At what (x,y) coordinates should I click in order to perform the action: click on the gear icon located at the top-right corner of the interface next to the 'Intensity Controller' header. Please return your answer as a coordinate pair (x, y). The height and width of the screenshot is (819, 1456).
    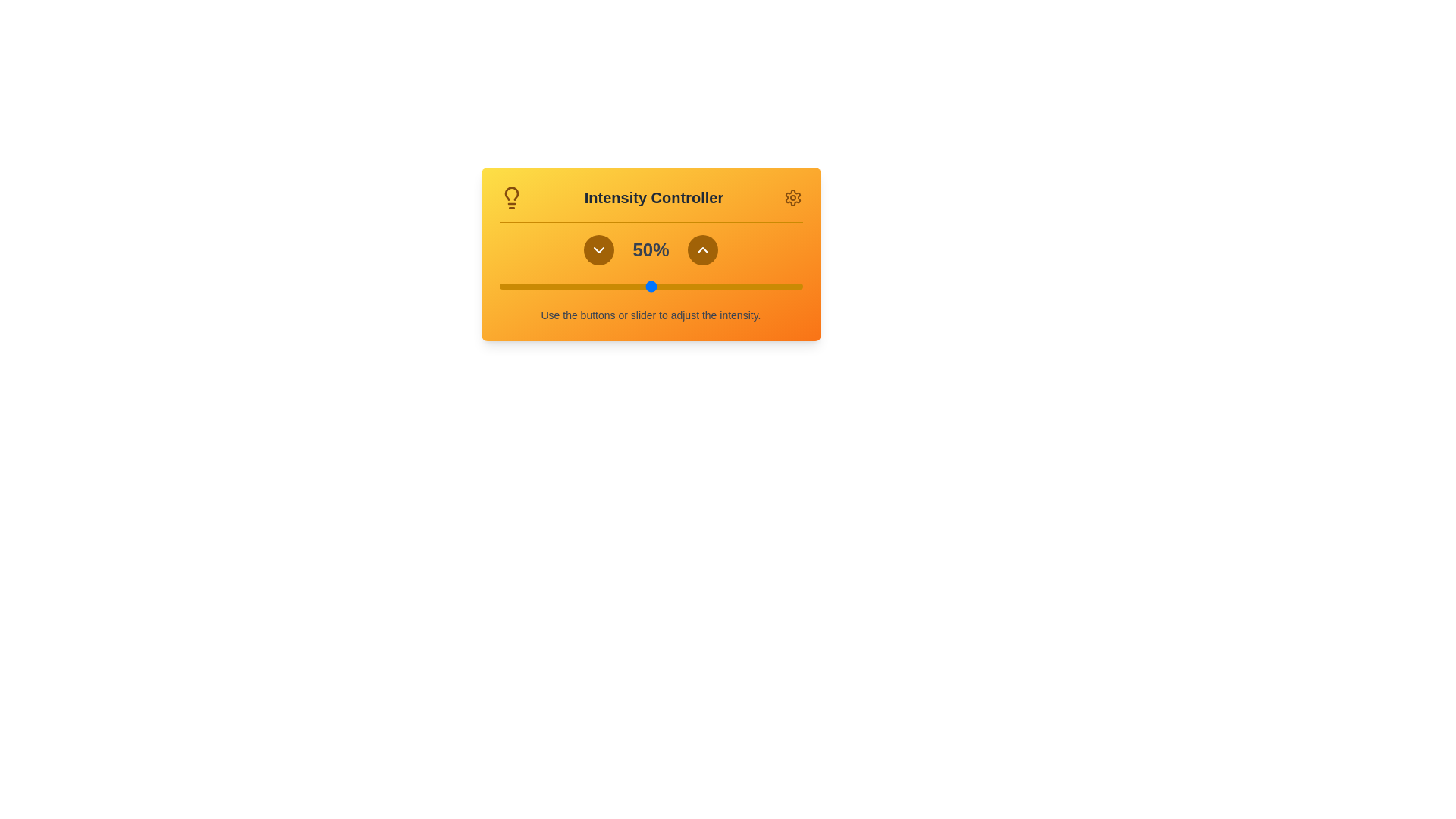
    Looking at the image, I should click on (792, 197).